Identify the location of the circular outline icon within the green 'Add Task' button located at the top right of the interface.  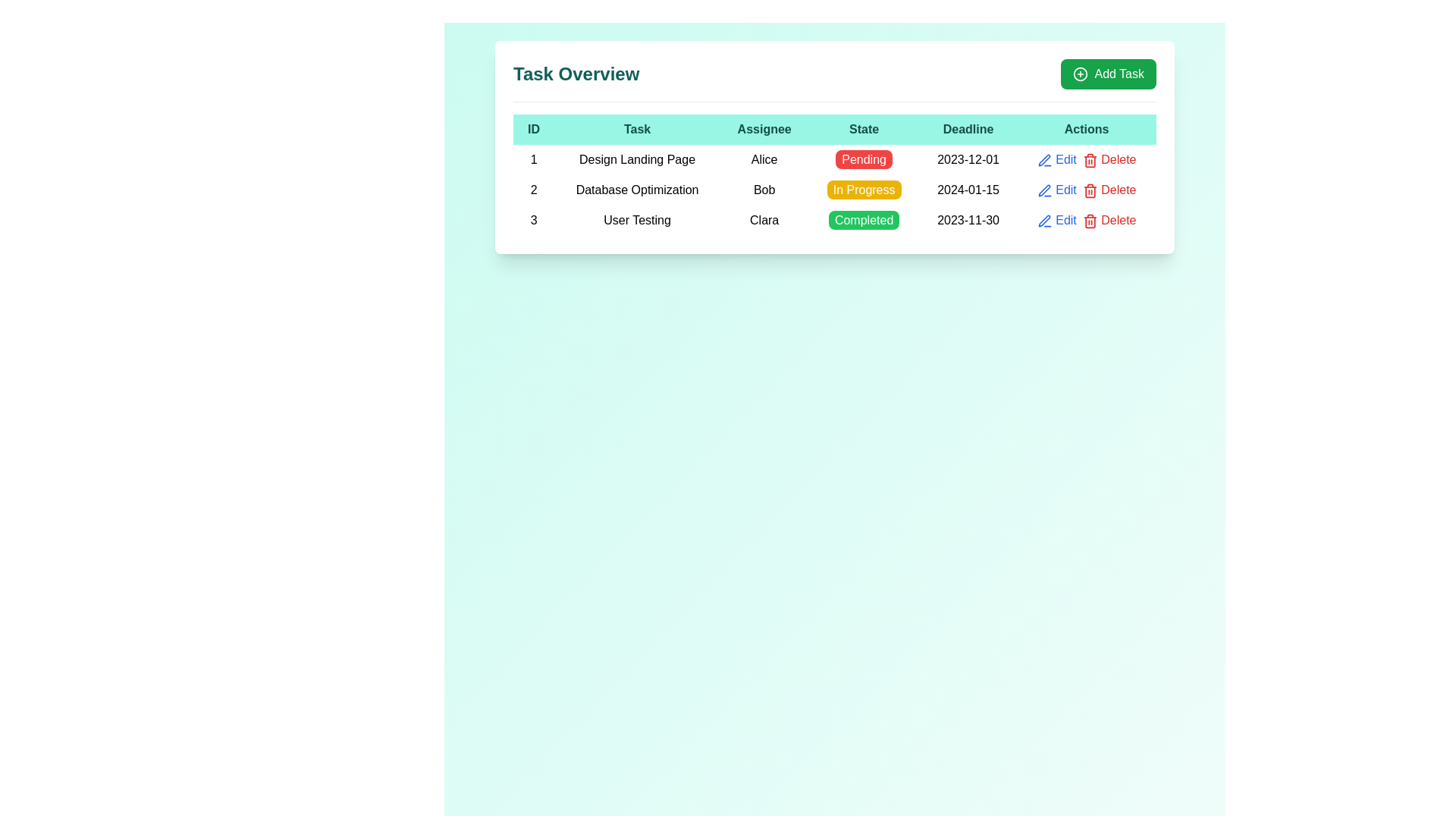
(1080, 74).